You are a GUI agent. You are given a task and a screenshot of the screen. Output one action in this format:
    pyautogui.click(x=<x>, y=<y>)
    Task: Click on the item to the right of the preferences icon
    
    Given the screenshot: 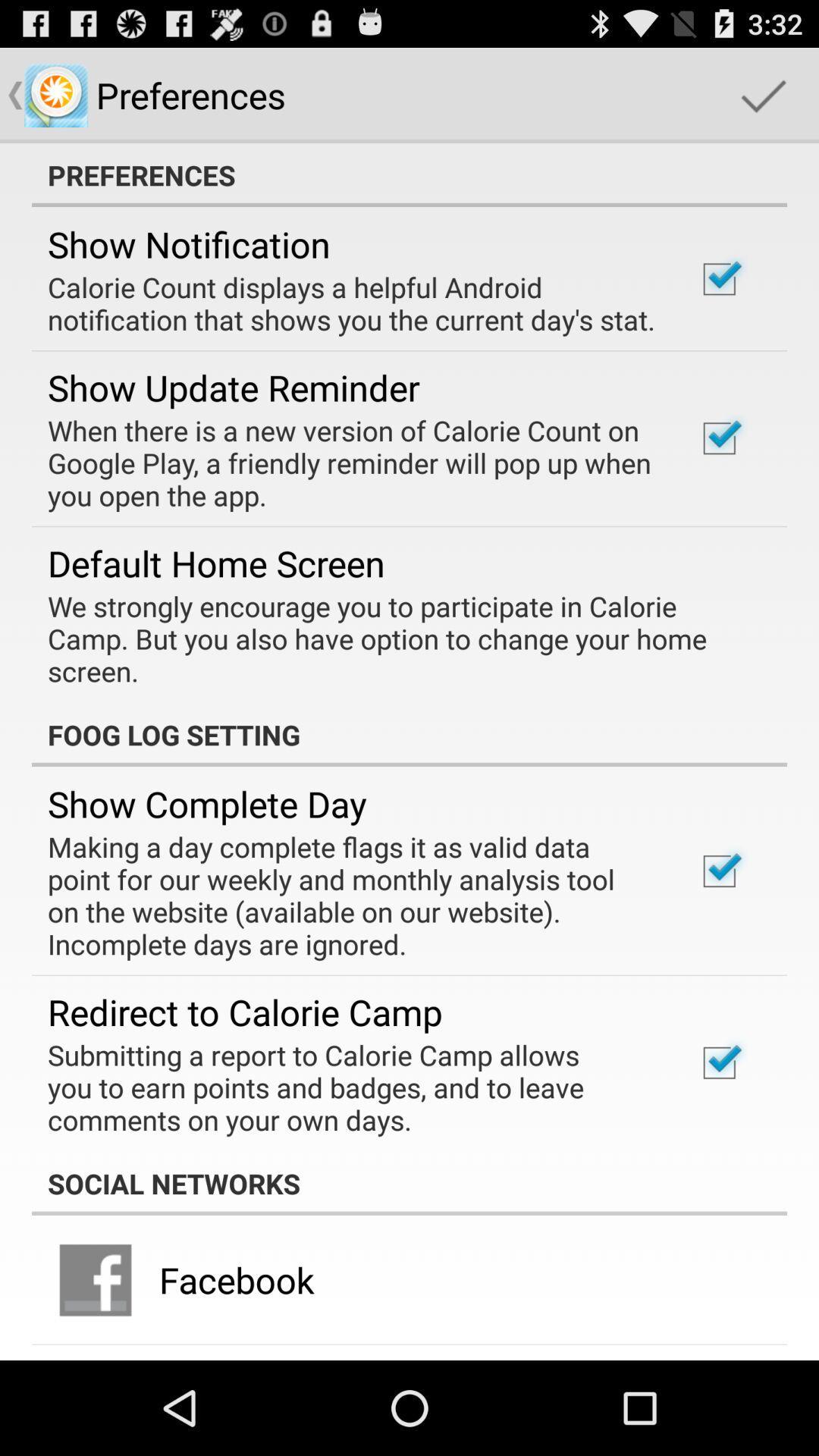 What is the action you would take?
    pyautogui.click(x=763, y=94)
    